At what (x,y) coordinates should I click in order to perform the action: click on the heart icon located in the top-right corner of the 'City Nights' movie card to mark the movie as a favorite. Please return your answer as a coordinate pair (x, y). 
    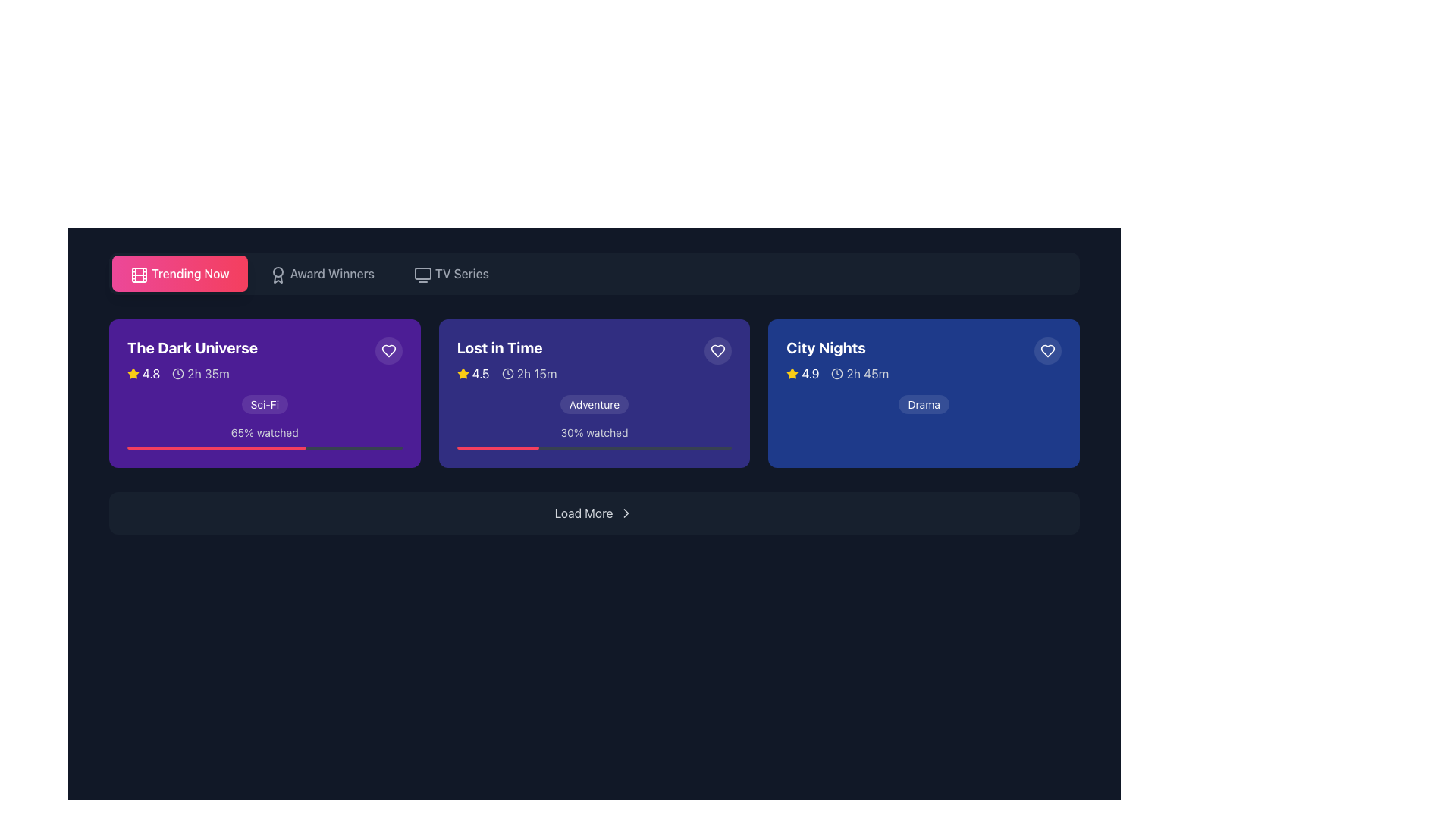
    Looking at the image, I should click on (1046, 350).